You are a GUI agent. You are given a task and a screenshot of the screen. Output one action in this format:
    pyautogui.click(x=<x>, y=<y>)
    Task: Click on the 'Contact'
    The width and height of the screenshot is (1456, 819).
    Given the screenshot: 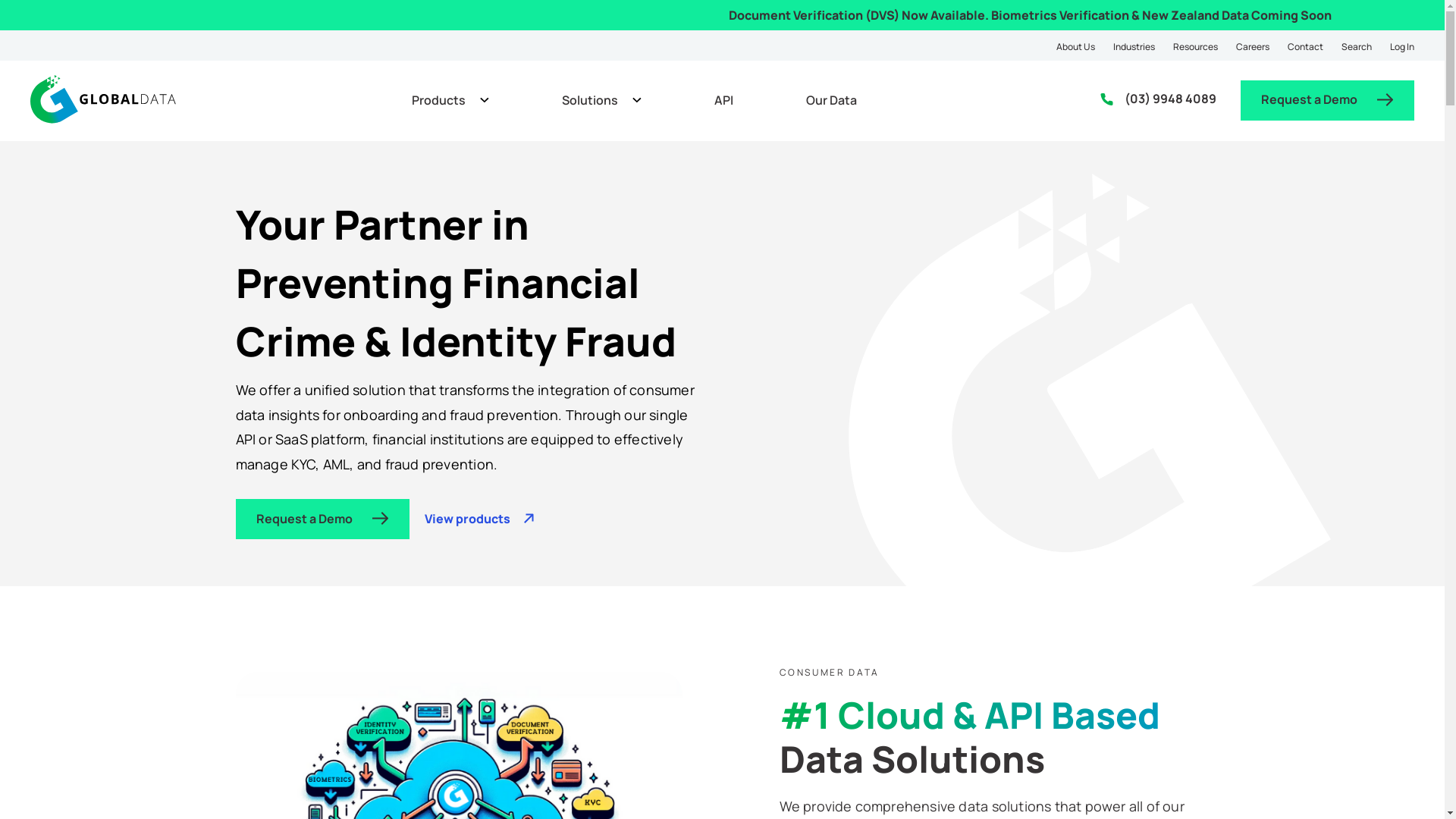 What is the action you would take?
    pyautogui.click(x=1304, y=45)
    